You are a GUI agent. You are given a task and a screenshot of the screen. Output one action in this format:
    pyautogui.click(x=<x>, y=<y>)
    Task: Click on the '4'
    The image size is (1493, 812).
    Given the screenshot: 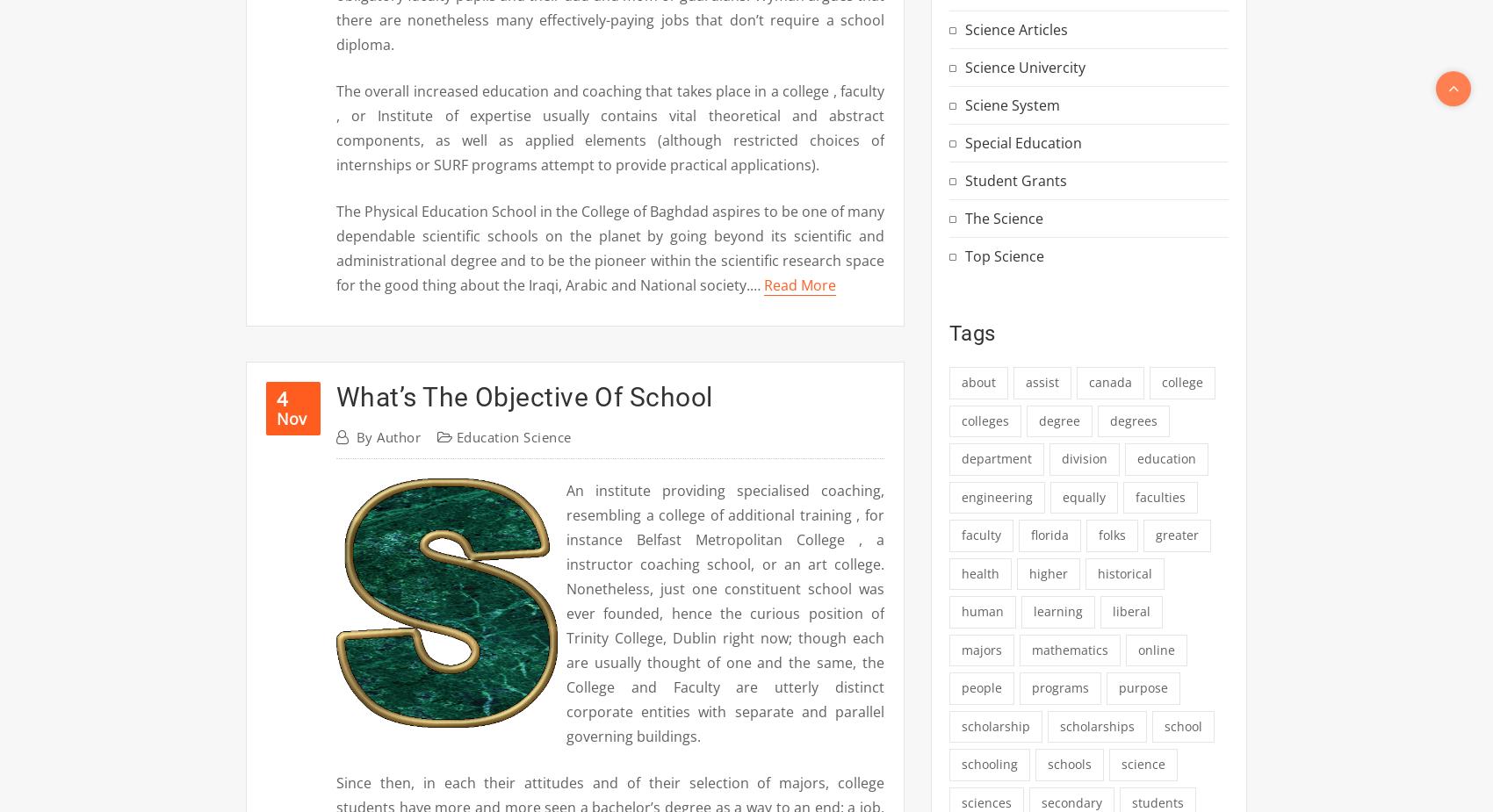 What is the action you would take?
    pyautogui.click(x=281, y=397)
    